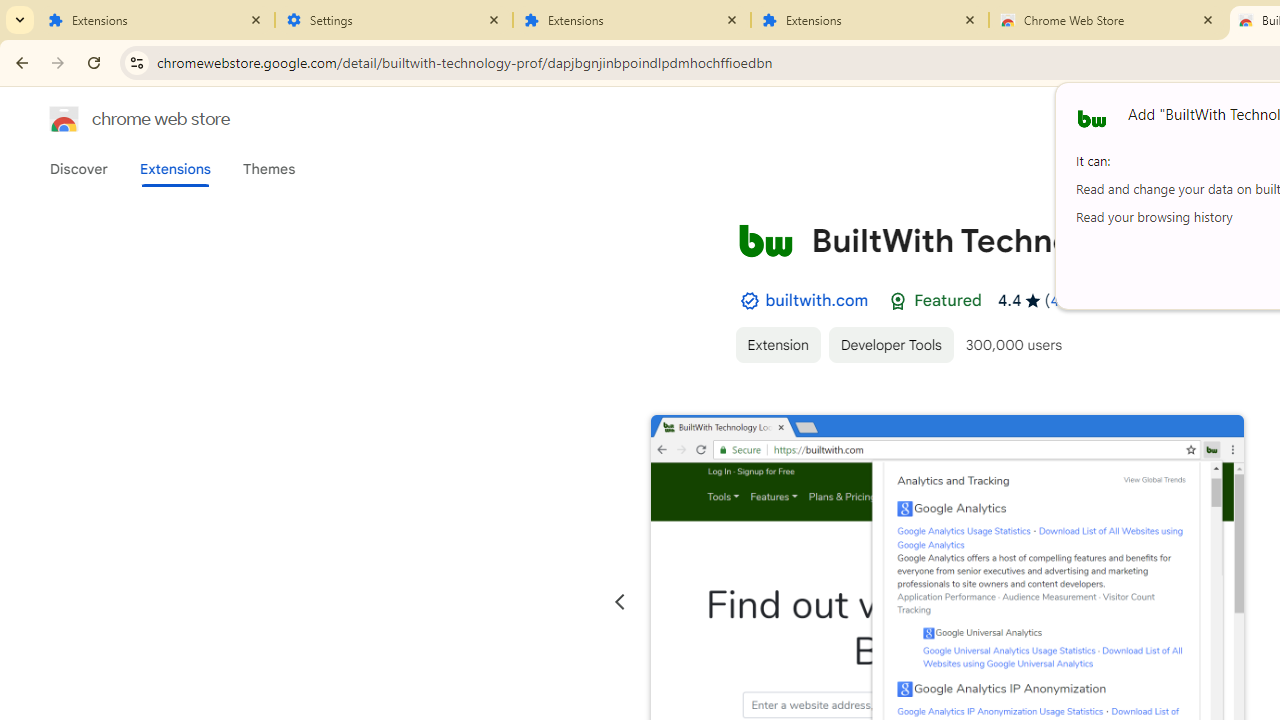 Image resolution: width=1280 pixels, height=720 pixels. I want to click on 'Chrome Web Store', so click(1107, 20).